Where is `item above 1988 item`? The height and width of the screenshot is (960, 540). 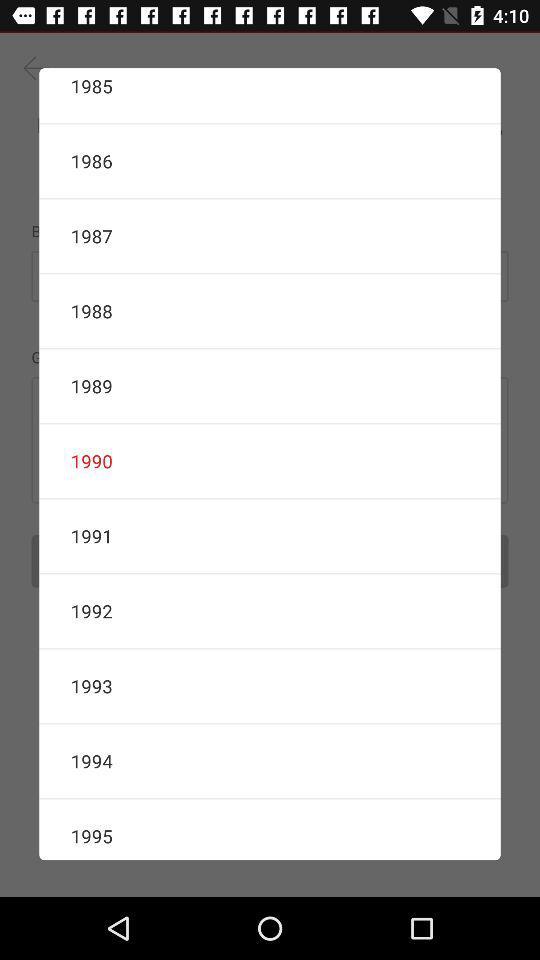
item above 1988 item is located at coordinates (270, 236).